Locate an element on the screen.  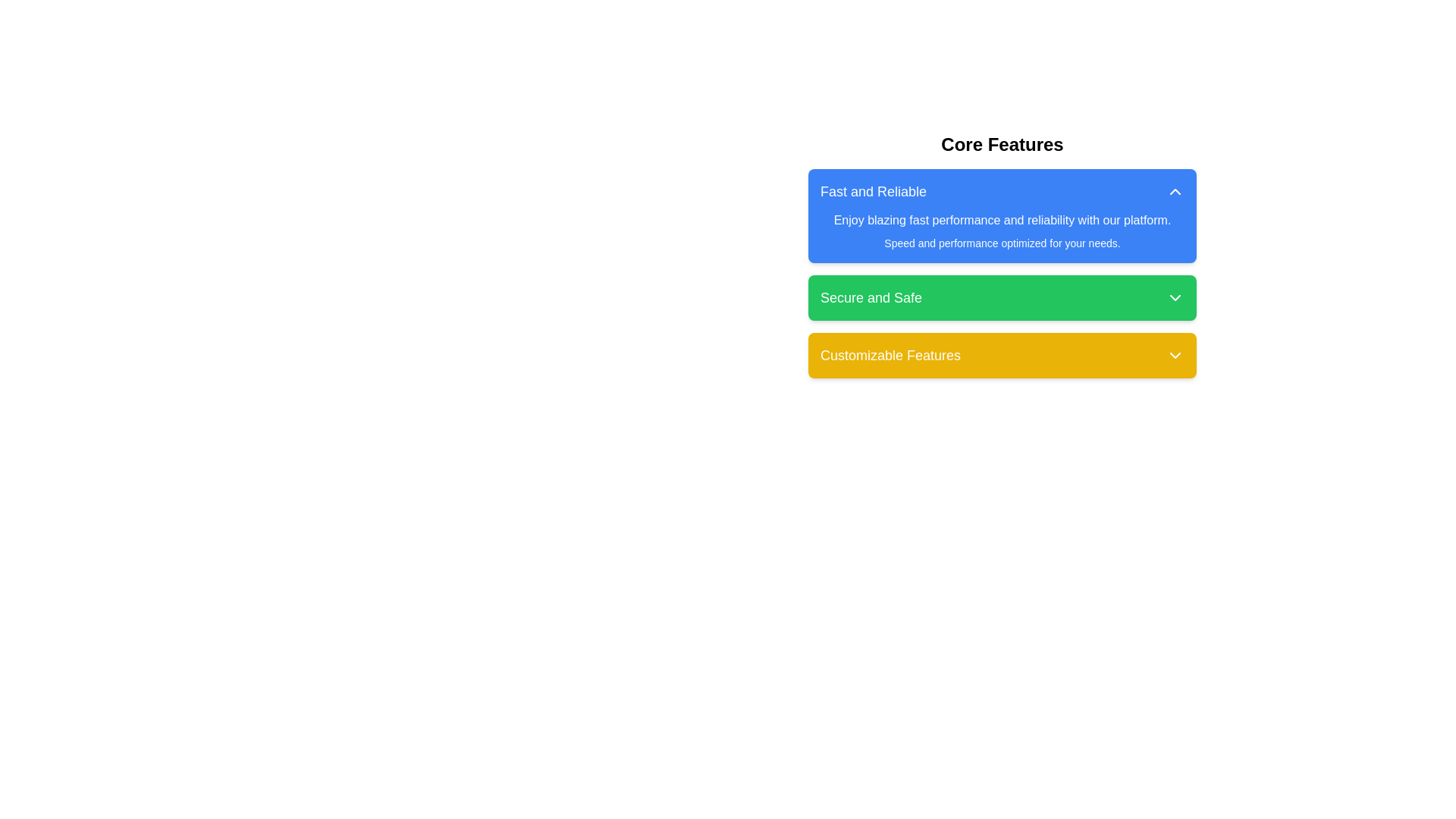
the downward-pointing chevron icon located at the right end of the 'Fast and Reliable' header is located at coordinates (1175, 191).